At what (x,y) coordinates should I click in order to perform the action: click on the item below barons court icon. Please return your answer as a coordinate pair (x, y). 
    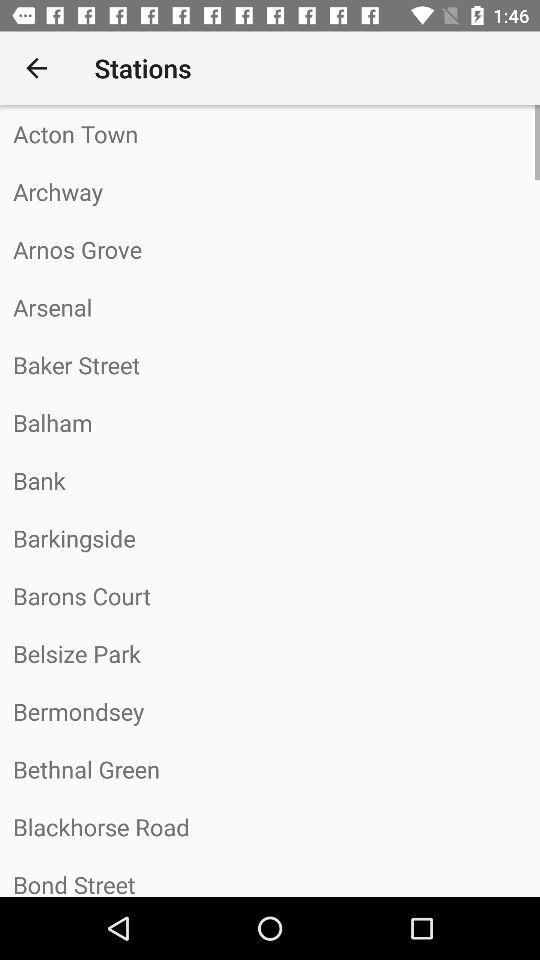
    Looking at the image, I should click on (270, 652).